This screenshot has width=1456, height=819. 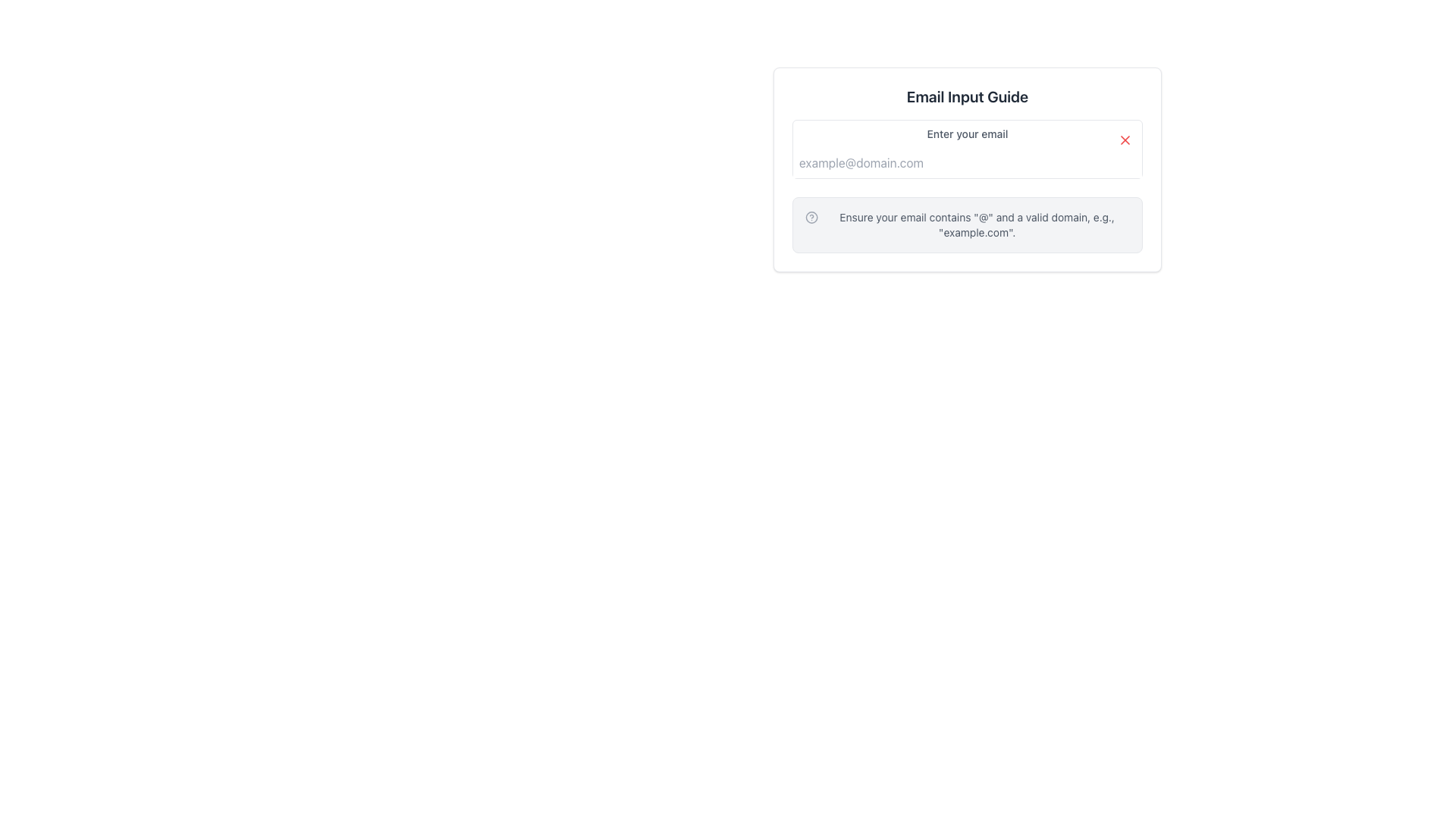 What do you see at coordinates (967, 225) in the screenshot?
I see `the help icon located in the Text with icon helper box beneath the email input field labeled 'Enter your email'` at bounding box center [967, 225].